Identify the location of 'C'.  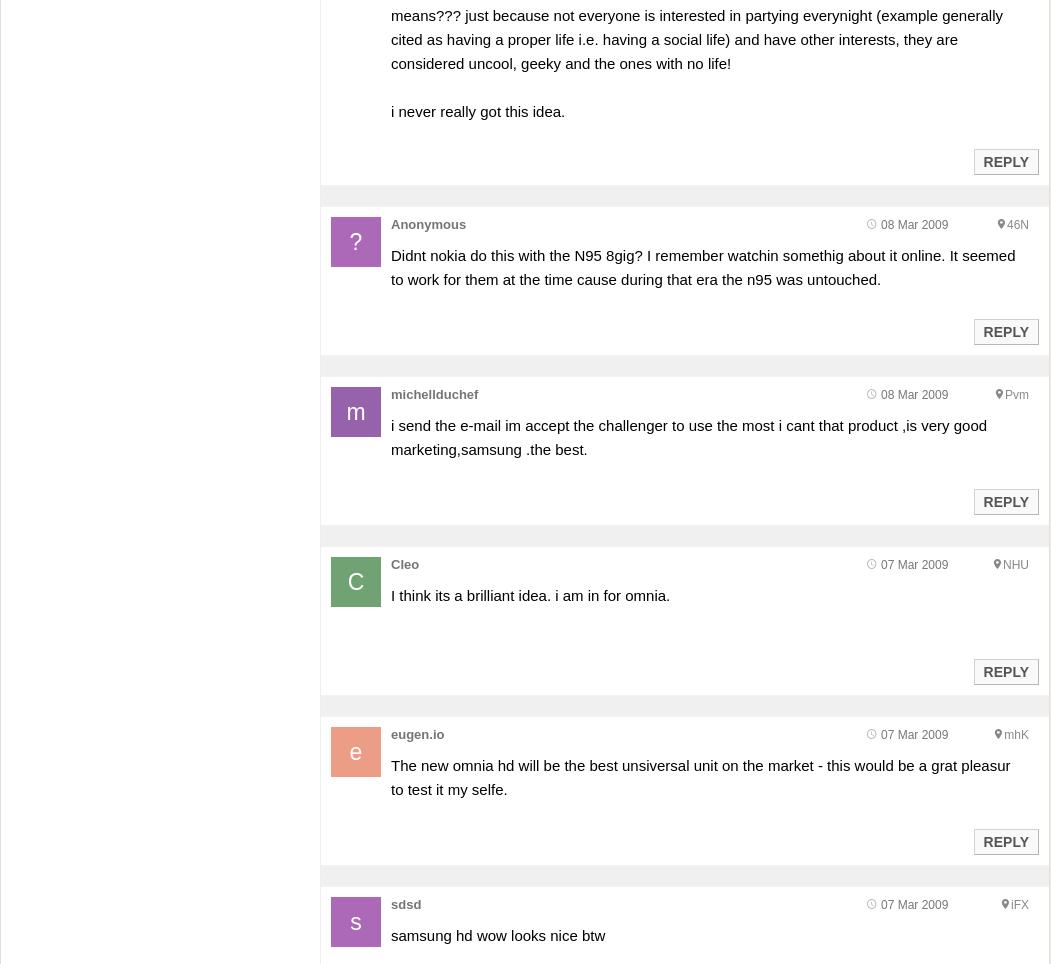
(347, 580).